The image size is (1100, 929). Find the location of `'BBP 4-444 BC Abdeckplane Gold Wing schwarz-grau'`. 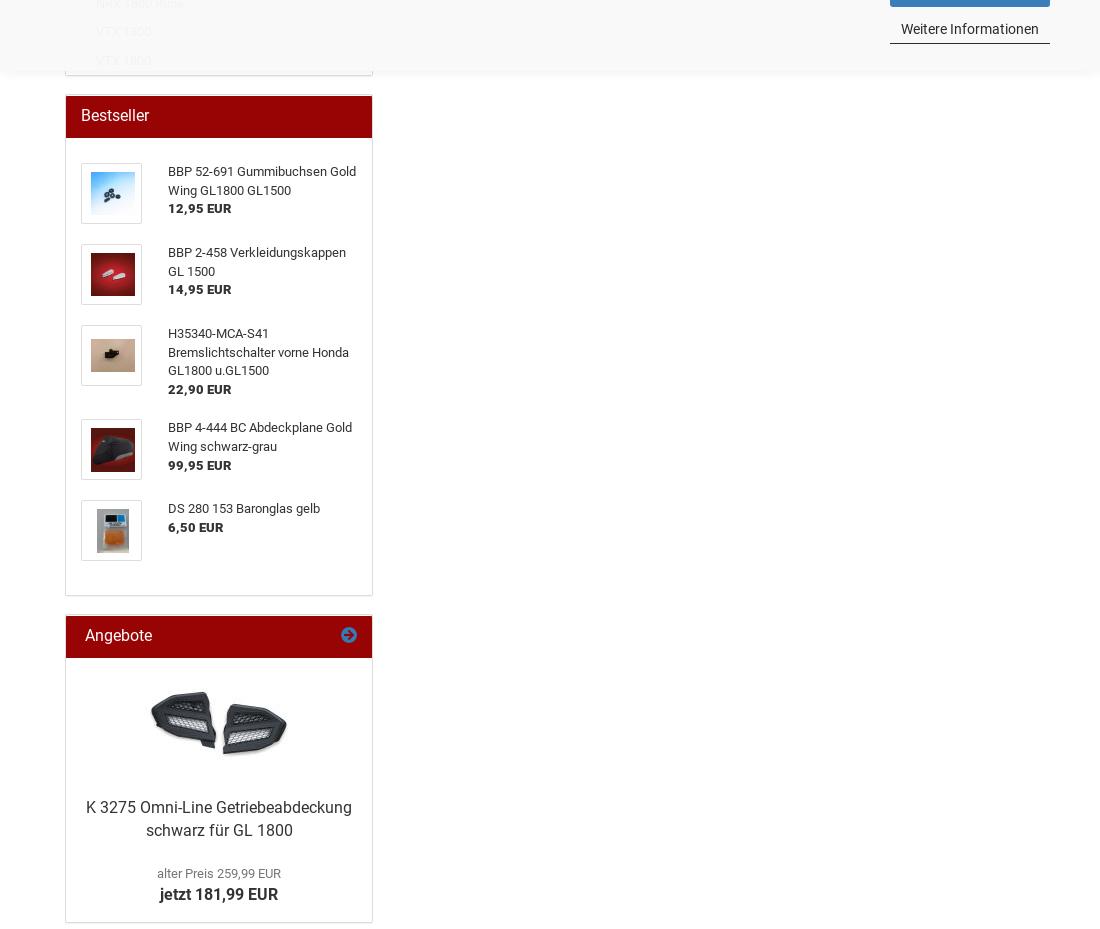

'BBP 4-444 BC Abdeckplane Gold Wing schwarz-grau' is located at coordinates (260, 435).